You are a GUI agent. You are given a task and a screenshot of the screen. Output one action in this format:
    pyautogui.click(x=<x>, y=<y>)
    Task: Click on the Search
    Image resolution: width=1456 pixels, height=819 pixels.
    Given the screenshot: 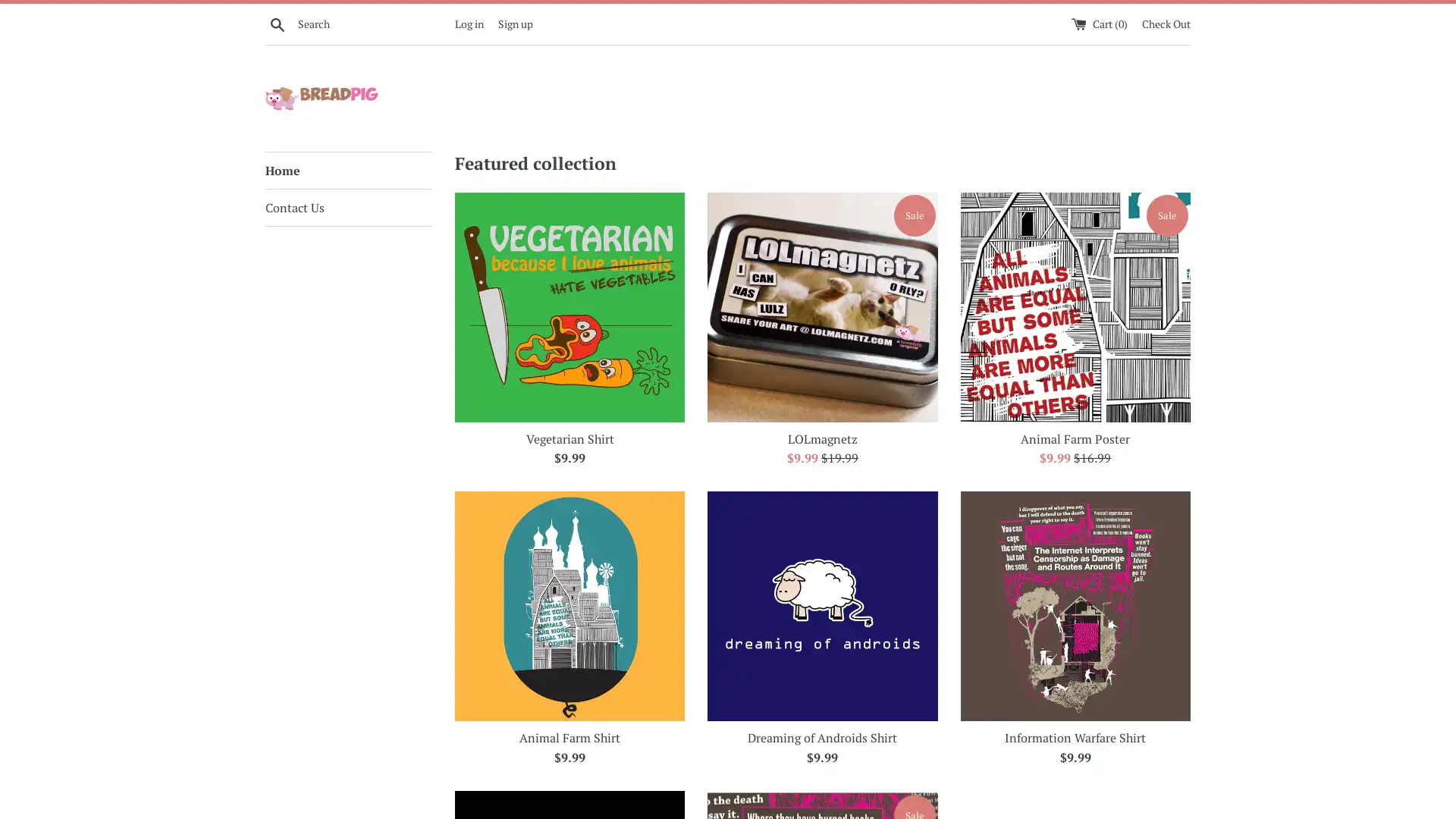 What is the action you would take?
    pyautogui.click(x=277, y=23)
    